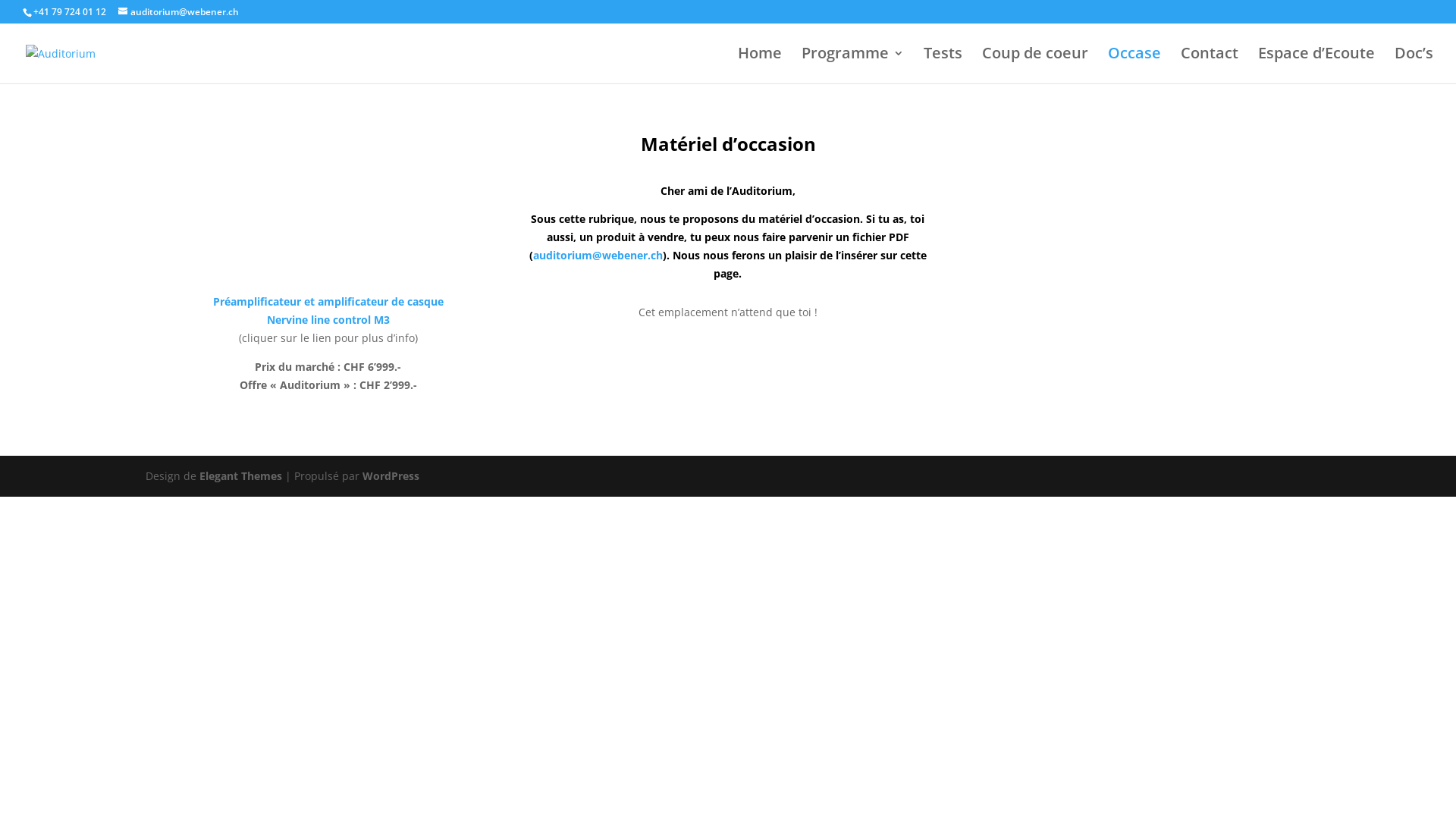 The height and width of the screenshot is (819, 1456). What do you see at coordinates (760, 64) in the screenshot?
I see `'Home'` at bounding box center [760, 64].